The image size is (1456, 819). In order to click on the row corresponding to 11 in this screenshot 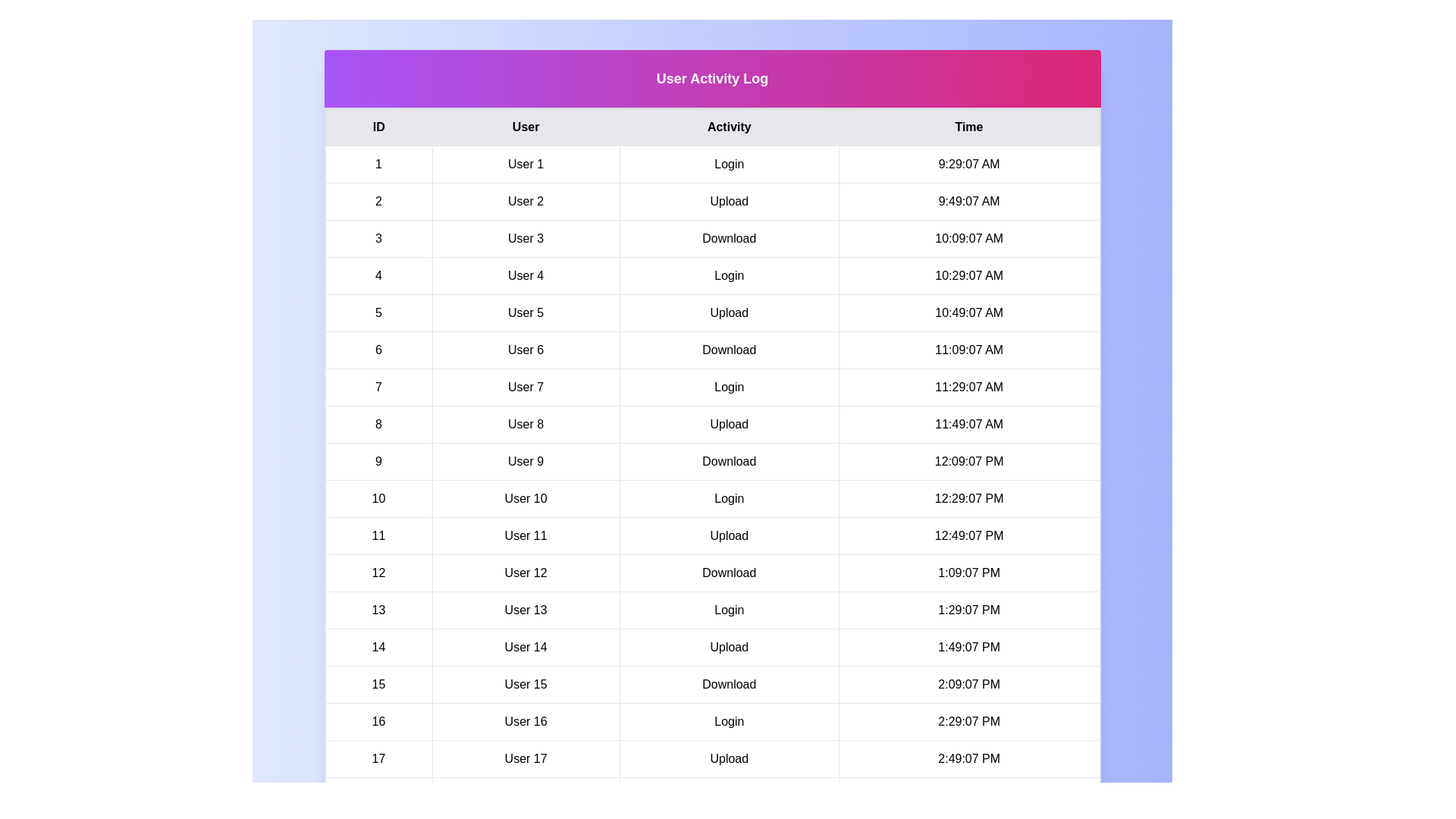, I will do `click(711, 535)`.